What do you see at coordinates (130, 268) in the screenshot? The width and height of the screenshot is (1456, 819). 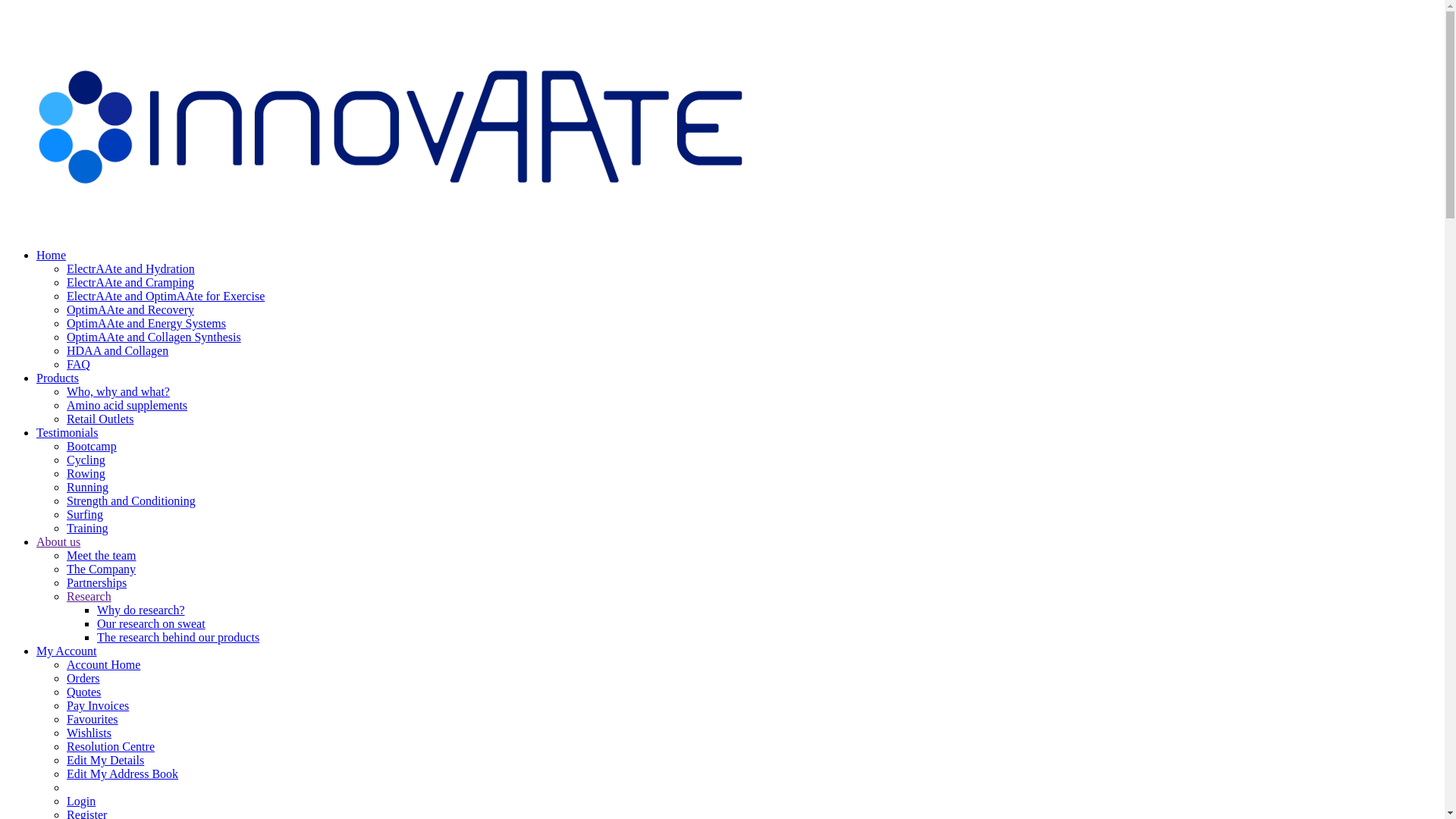 I see `'ElectrAAte and Hydration'` at bounding box center [130, 268].